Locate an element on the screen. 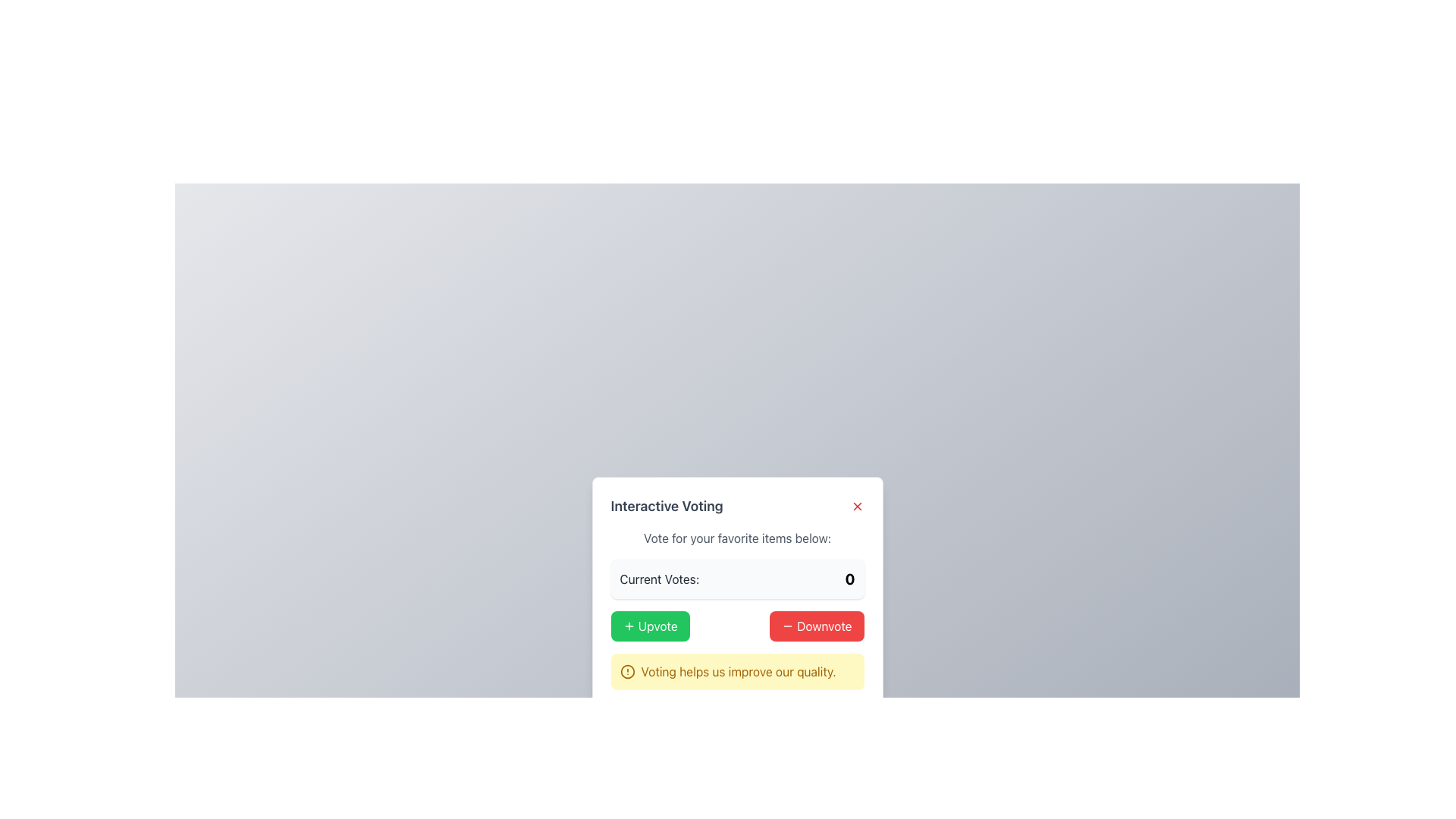 The height and width of the screenshot is (819, 1456). the 'Downvote' button, which is a rectangular button with a red background and white text, located to the right of the 'Upvote' button in the voting panel is located at coordinates (816, 626).